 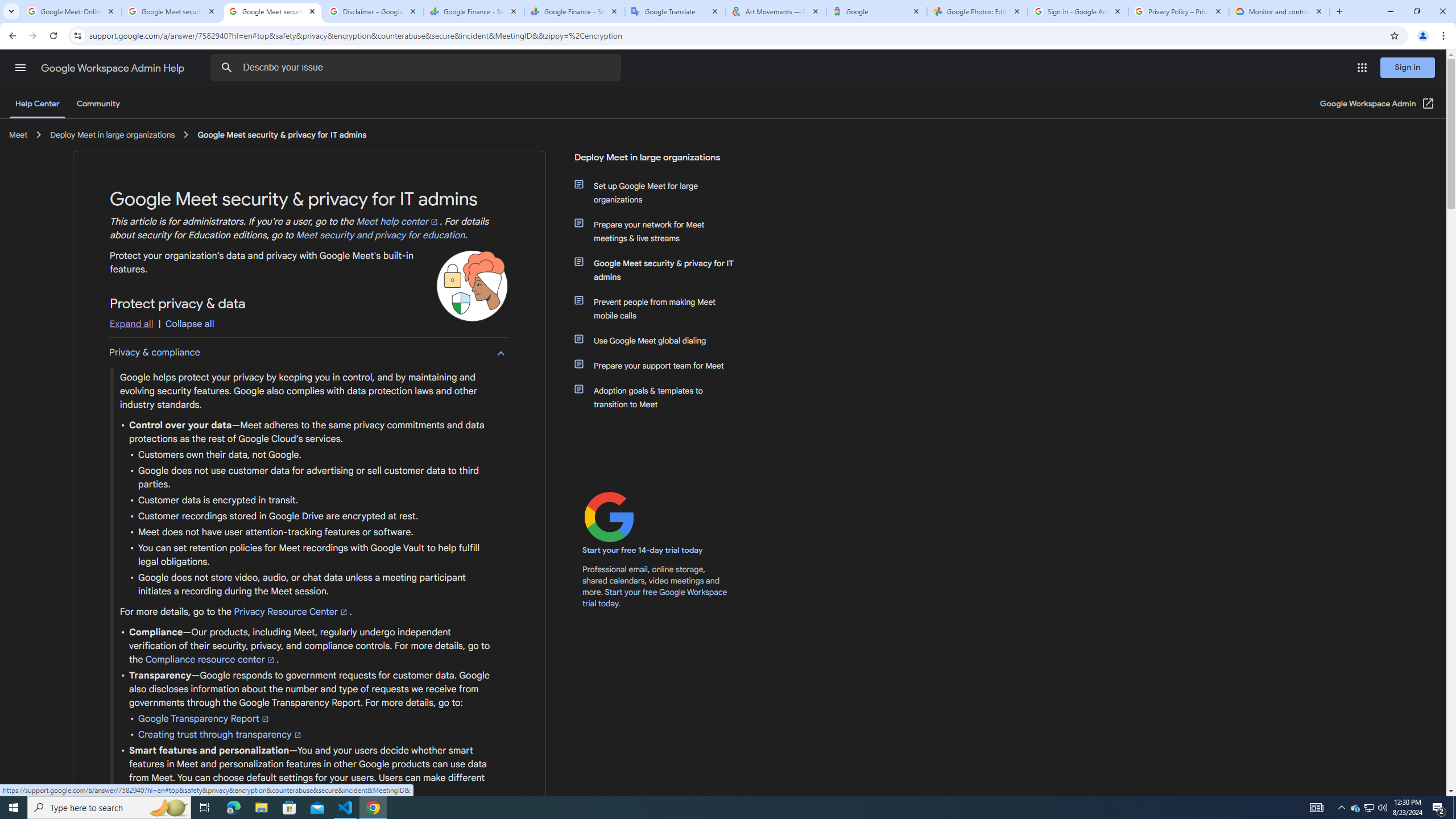 I want to click on 'Start your free 14-day trial today', so click(x=642, y=549).